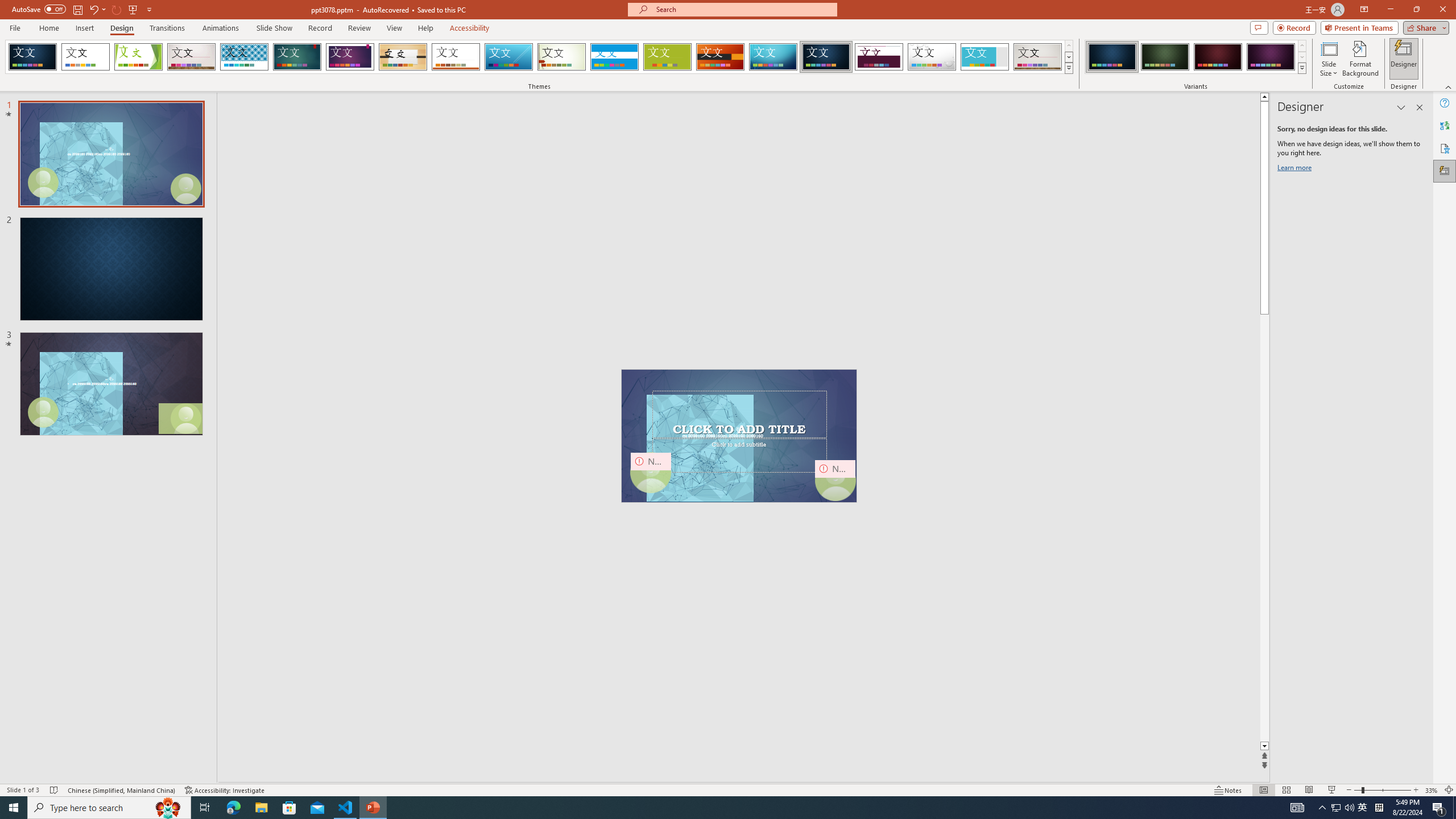 Image resolution: width=1456 pixels, height=819 pixels. Describe the element at coordinates (825, 56) in the screenshot. I see `'Damask'` at that location.